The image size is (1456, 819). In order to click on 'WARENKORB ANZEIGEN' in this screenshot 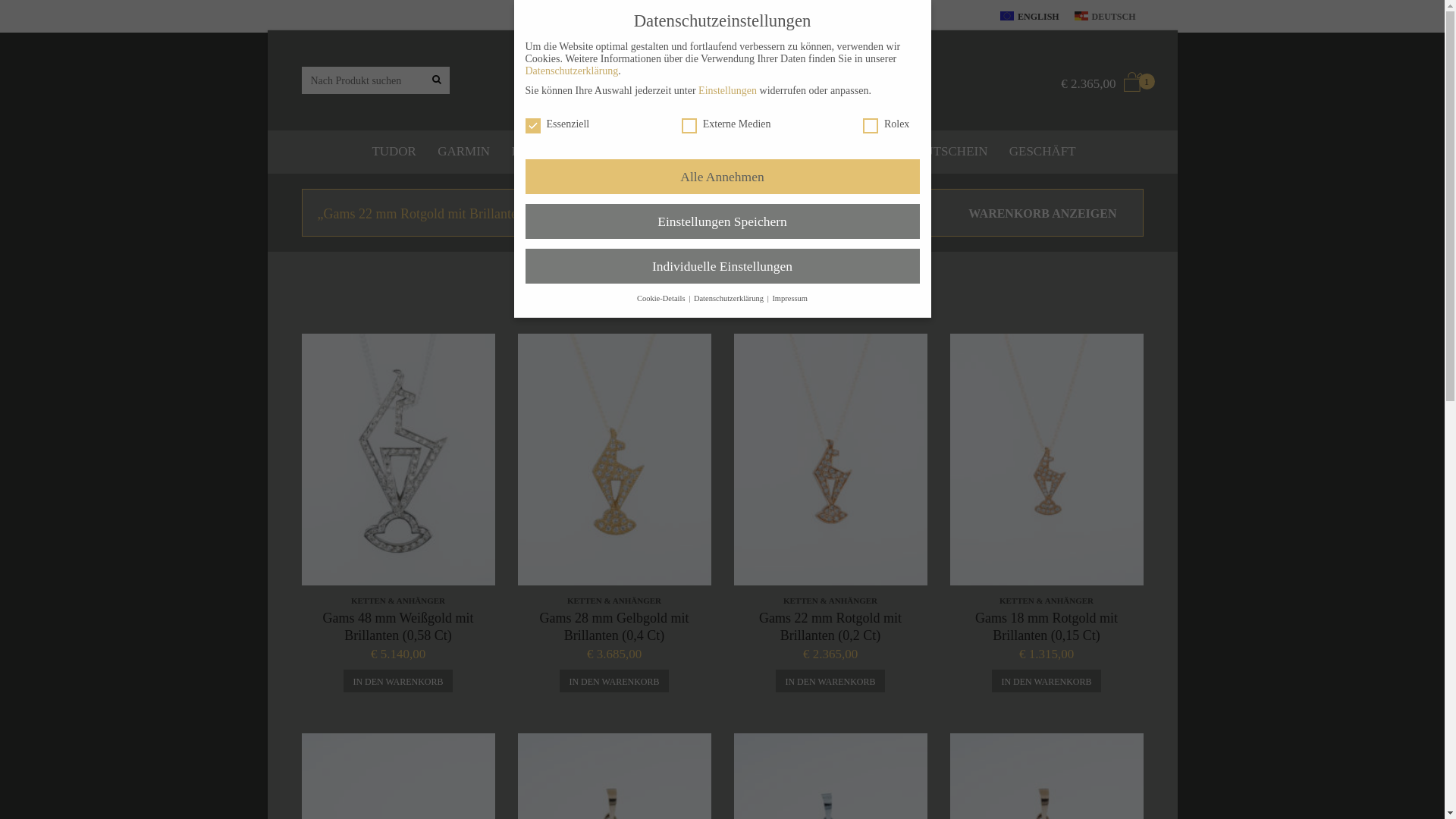, I will do `click(1041, 213)`.